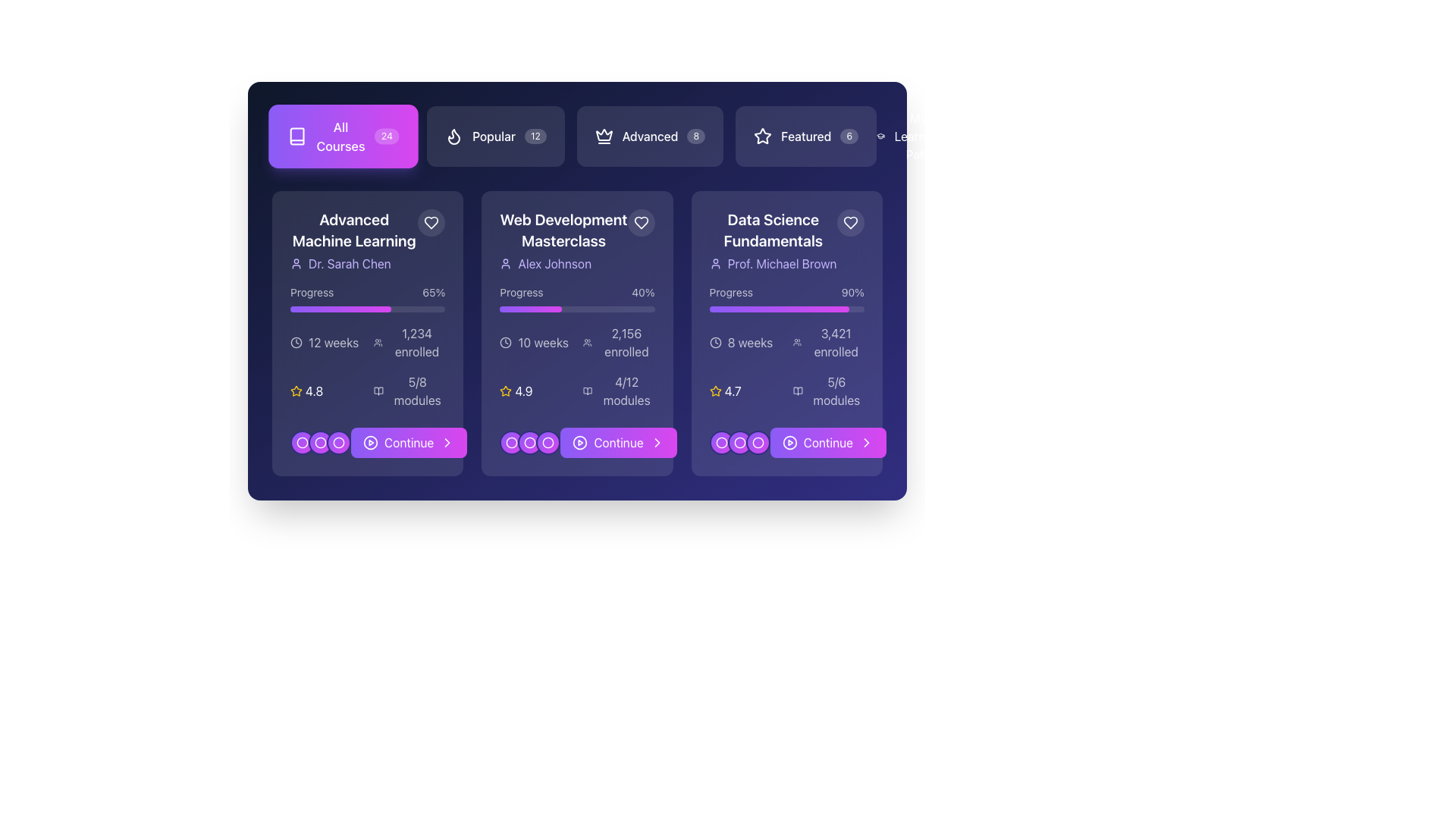 This screenshot has height=819, width=1456. I want to click on the informational text label displaying the course duration '12 weeks' located at the center-right region of the card titled 'Advanced Machine Learning', so click(333, 342).